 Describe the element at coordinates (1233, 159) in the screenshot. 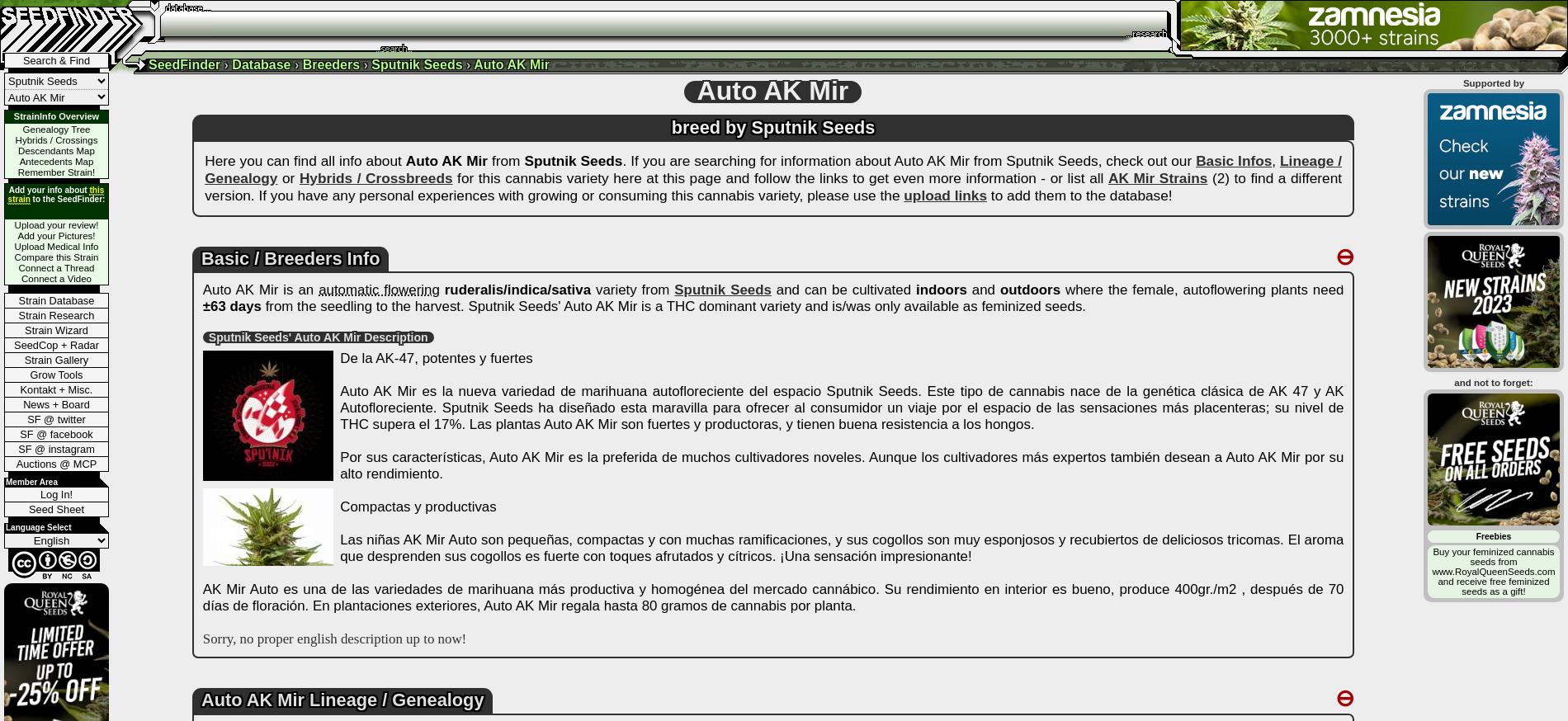

I see `'Basic Infos'` at that location.